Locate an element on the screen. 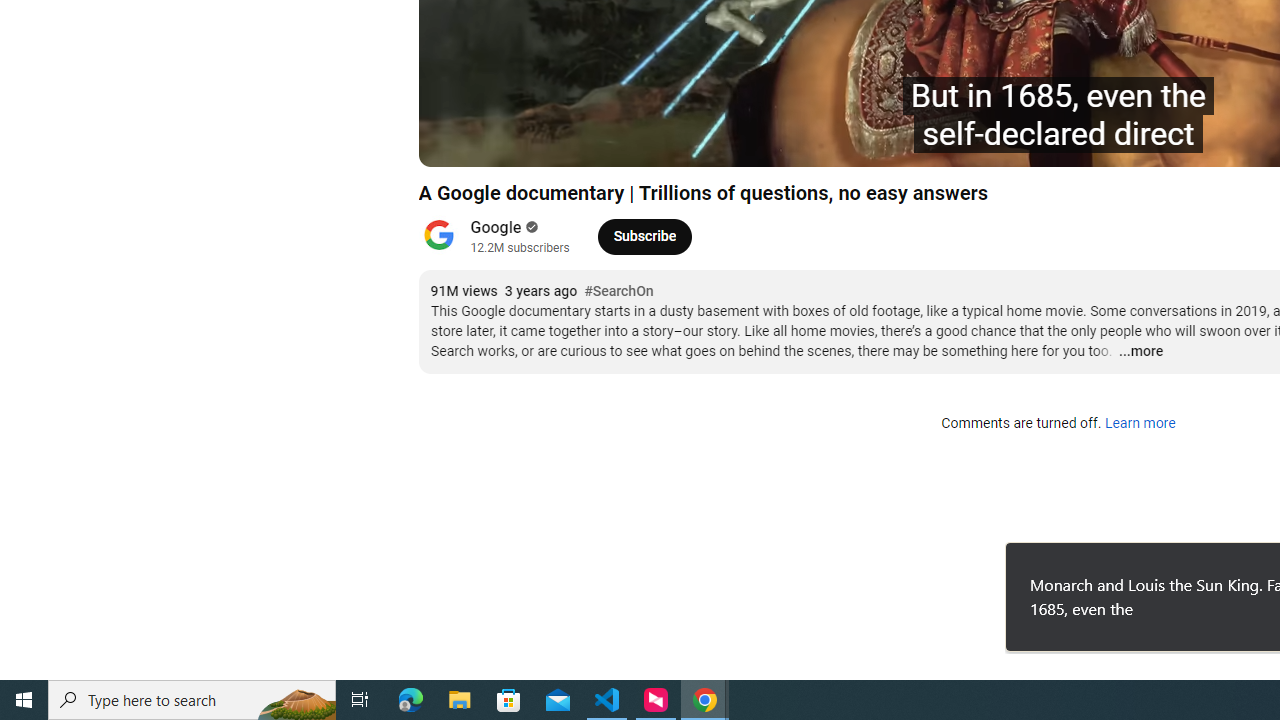 This screenshot has width=1280, height=720. 'Subscribe to Google.' is located at coordinates (644, 235).